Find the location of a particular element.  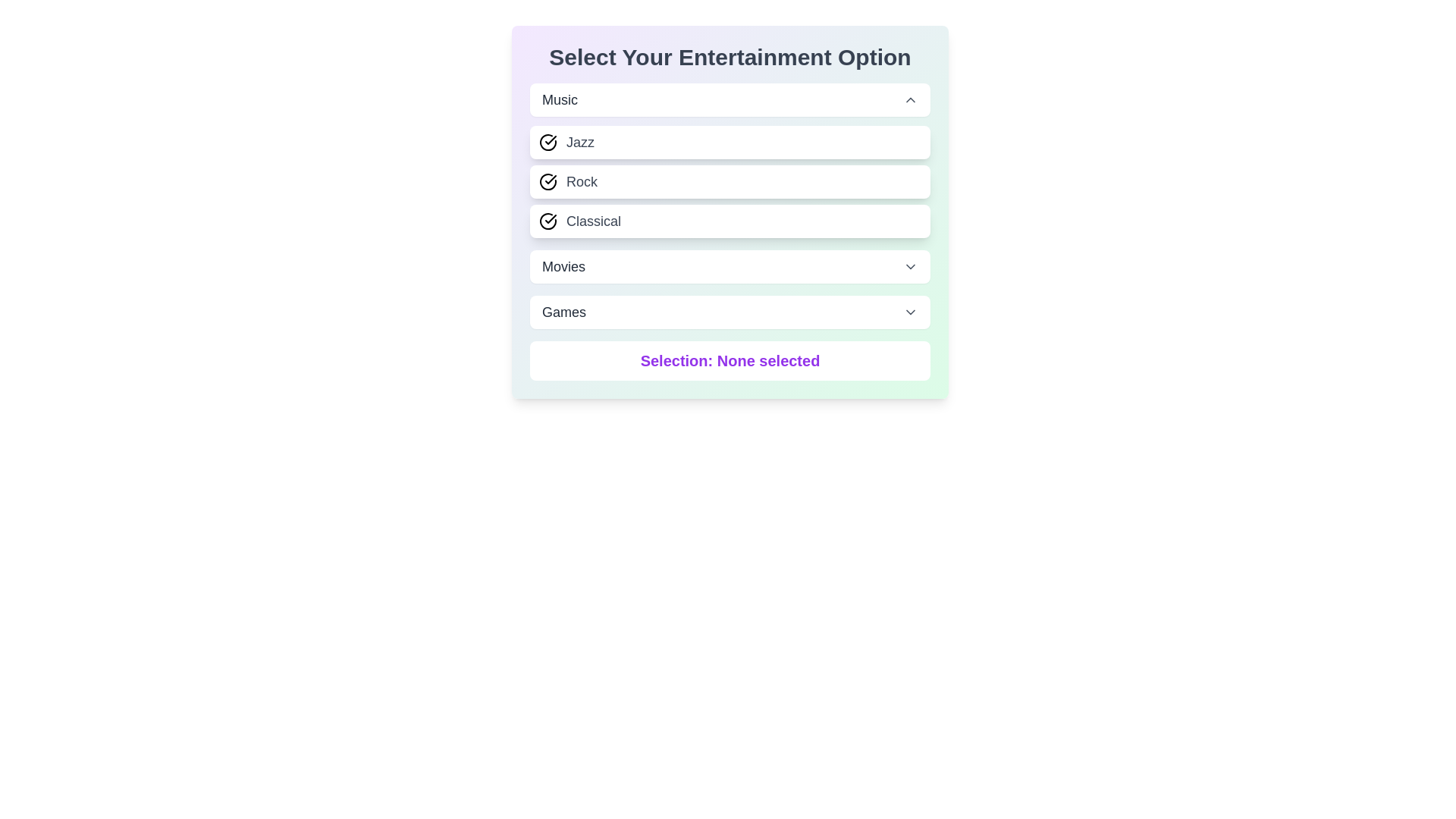

the 'Jazz' text label, which is the second entry in the selection list between 'Music' and 'Rock' within the 'Select Your Entertainment Option' card is located at coordinates (579, 143).